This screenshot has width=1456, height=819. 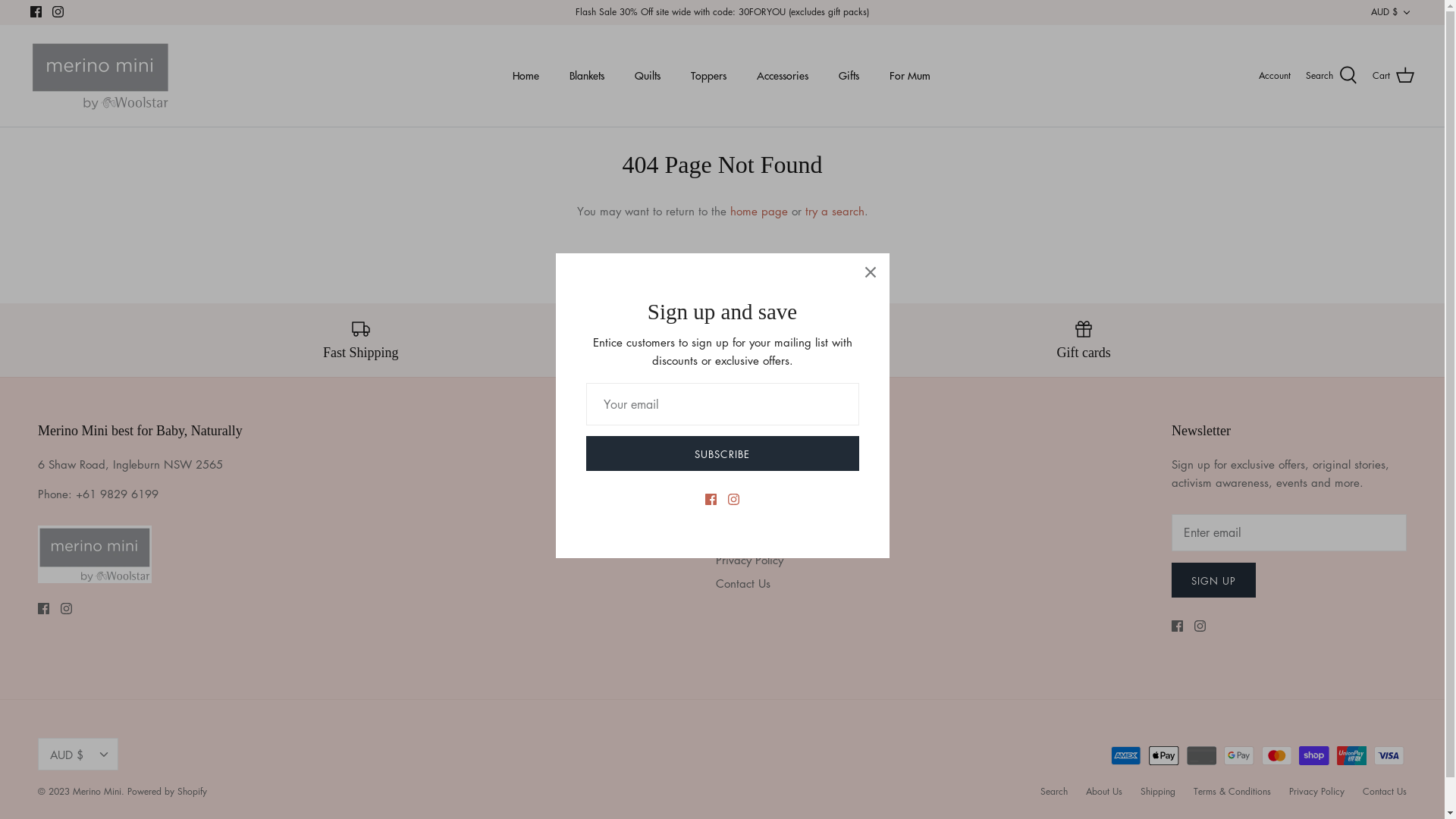 What do you see at coordinates (585, 75) in the screenshot?
I see `'Blankets'` at bounding box center [585, 75].